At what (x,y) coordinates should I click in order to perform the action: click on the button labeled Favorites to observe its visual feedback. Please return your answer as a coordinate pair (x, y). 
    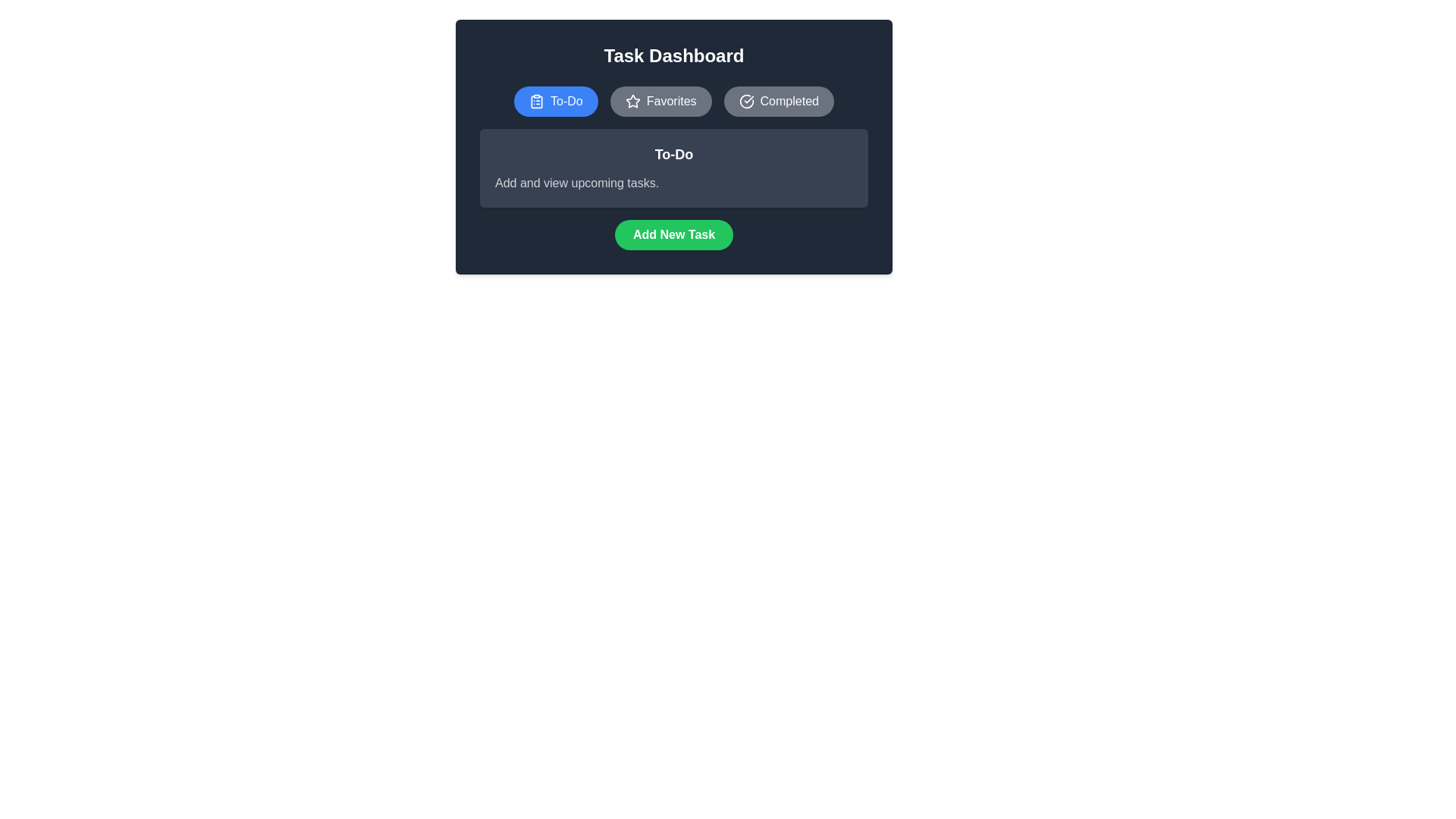
    Looking at the image, I should click on (661, 102).